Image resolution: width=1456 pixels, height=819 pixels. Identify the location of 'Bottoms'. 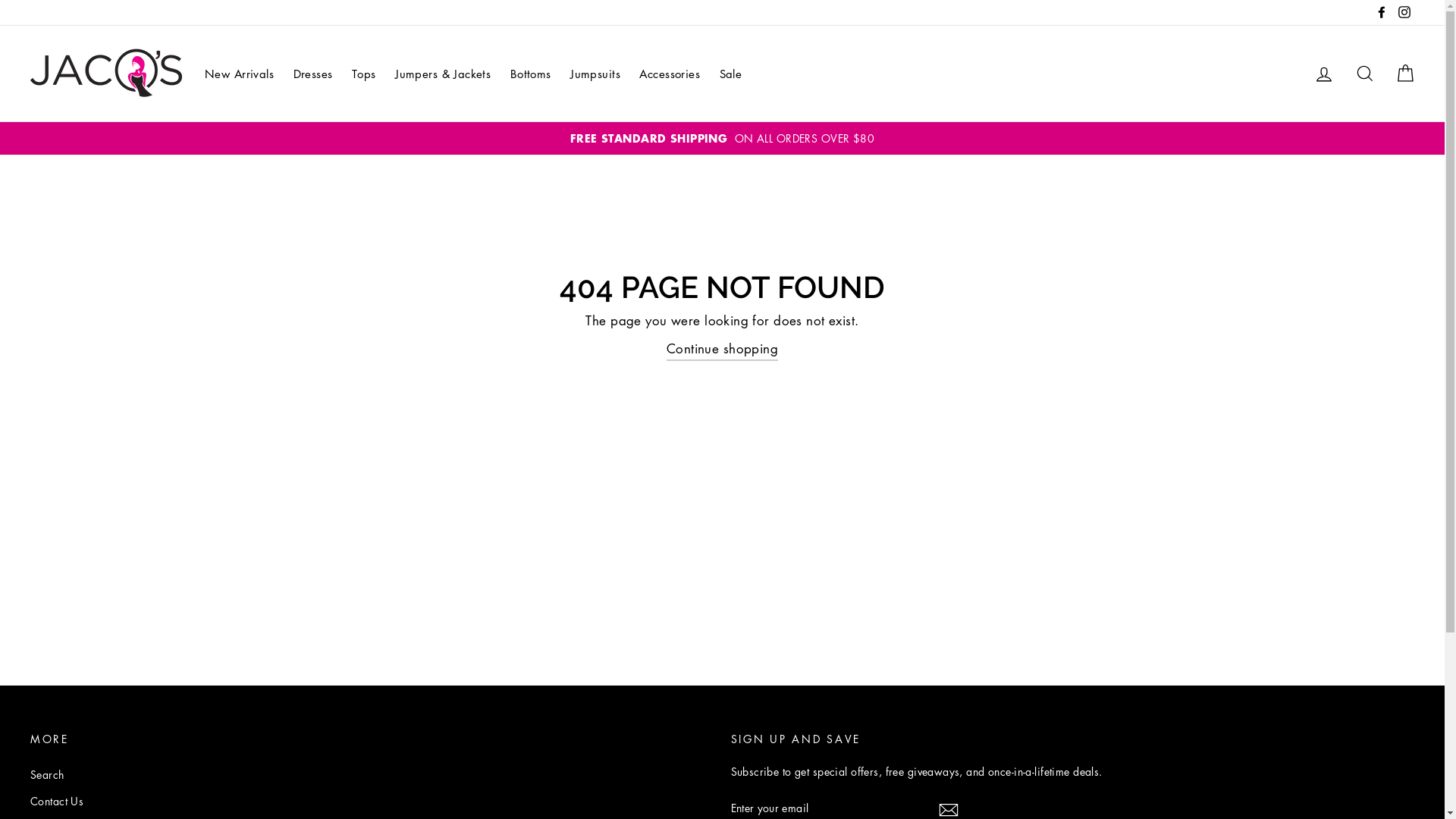
(531, 74).